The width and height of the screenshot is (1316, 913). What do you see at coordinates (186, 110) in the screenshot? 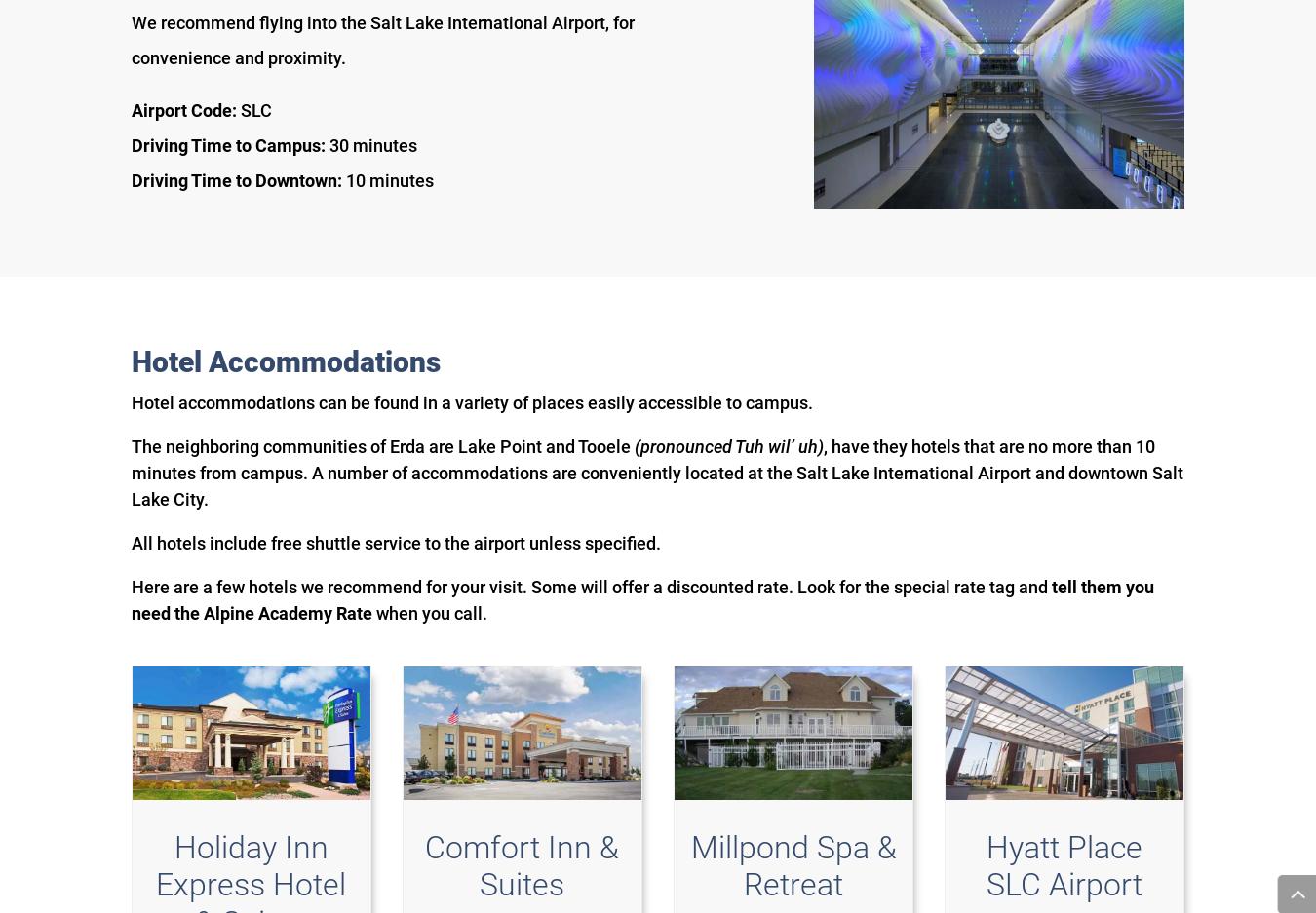
I see `'Airport Code:'` at bounding box center [186, 110].